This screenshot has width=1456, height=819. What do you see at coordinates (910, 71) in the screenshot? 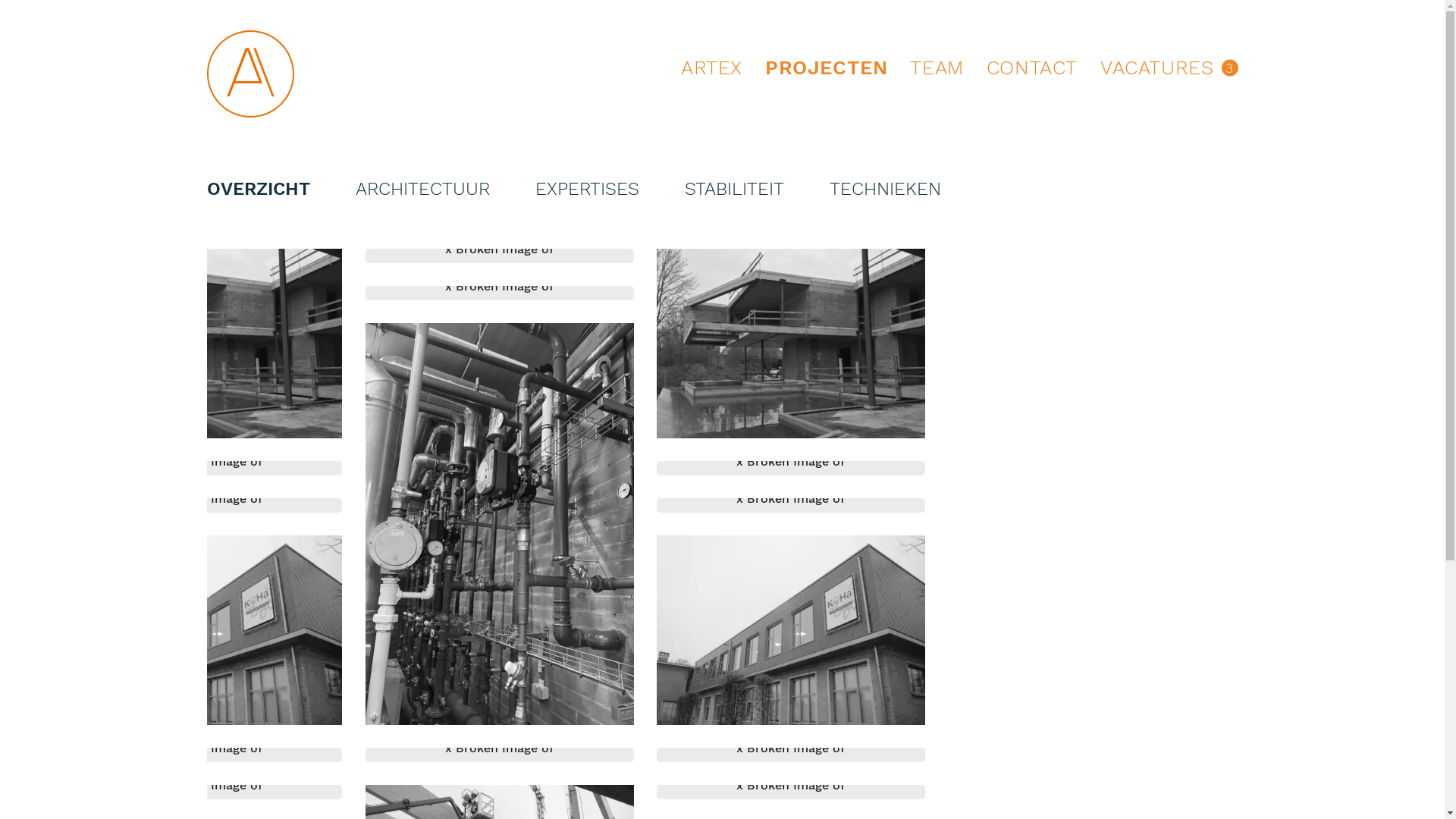
I see `'TEAM'` at bounding box center [910, 71].